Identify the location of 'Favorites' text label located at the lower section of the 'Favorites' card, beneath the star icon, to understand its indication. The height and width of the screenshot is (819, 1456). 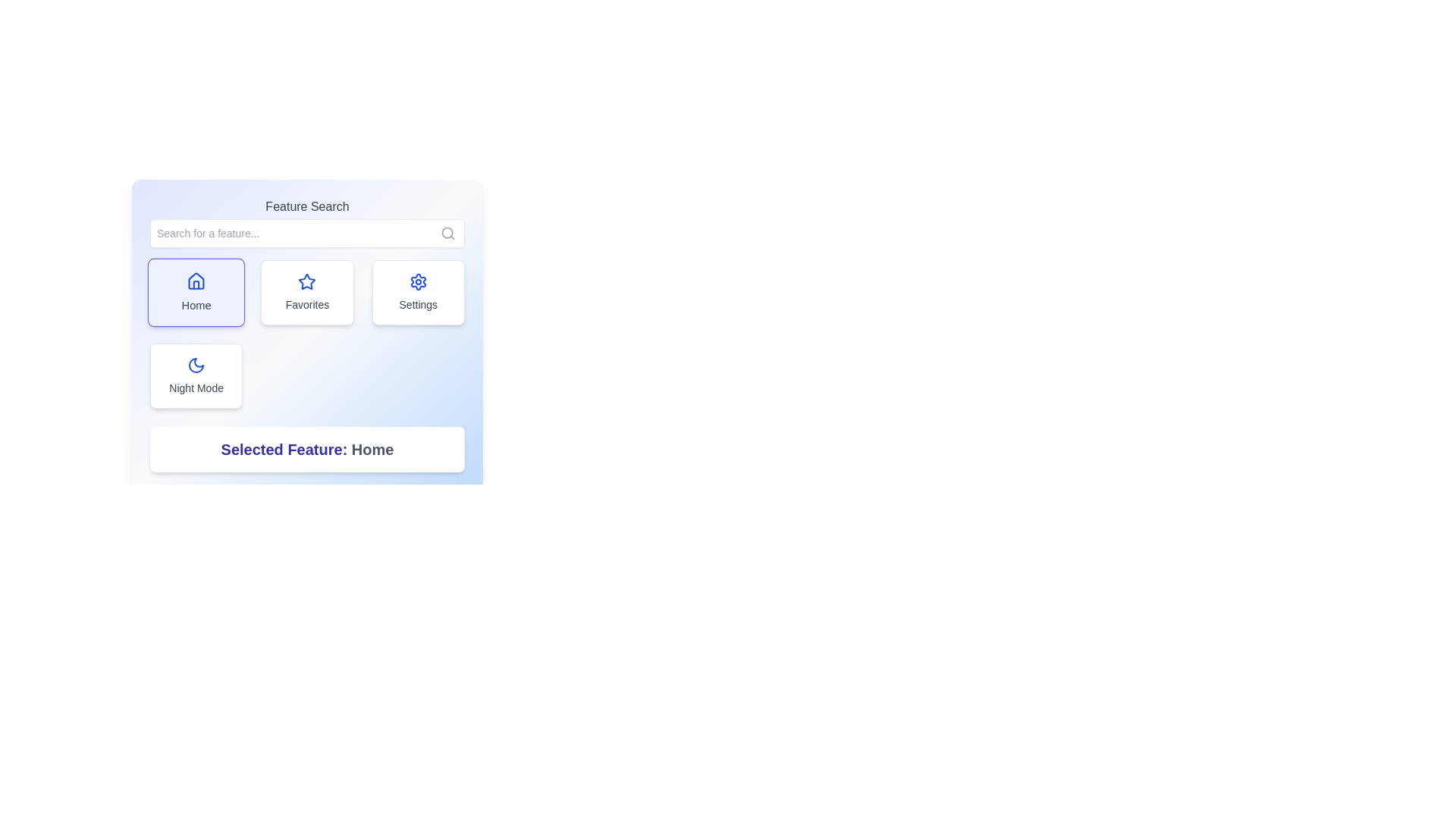
(306, 304).